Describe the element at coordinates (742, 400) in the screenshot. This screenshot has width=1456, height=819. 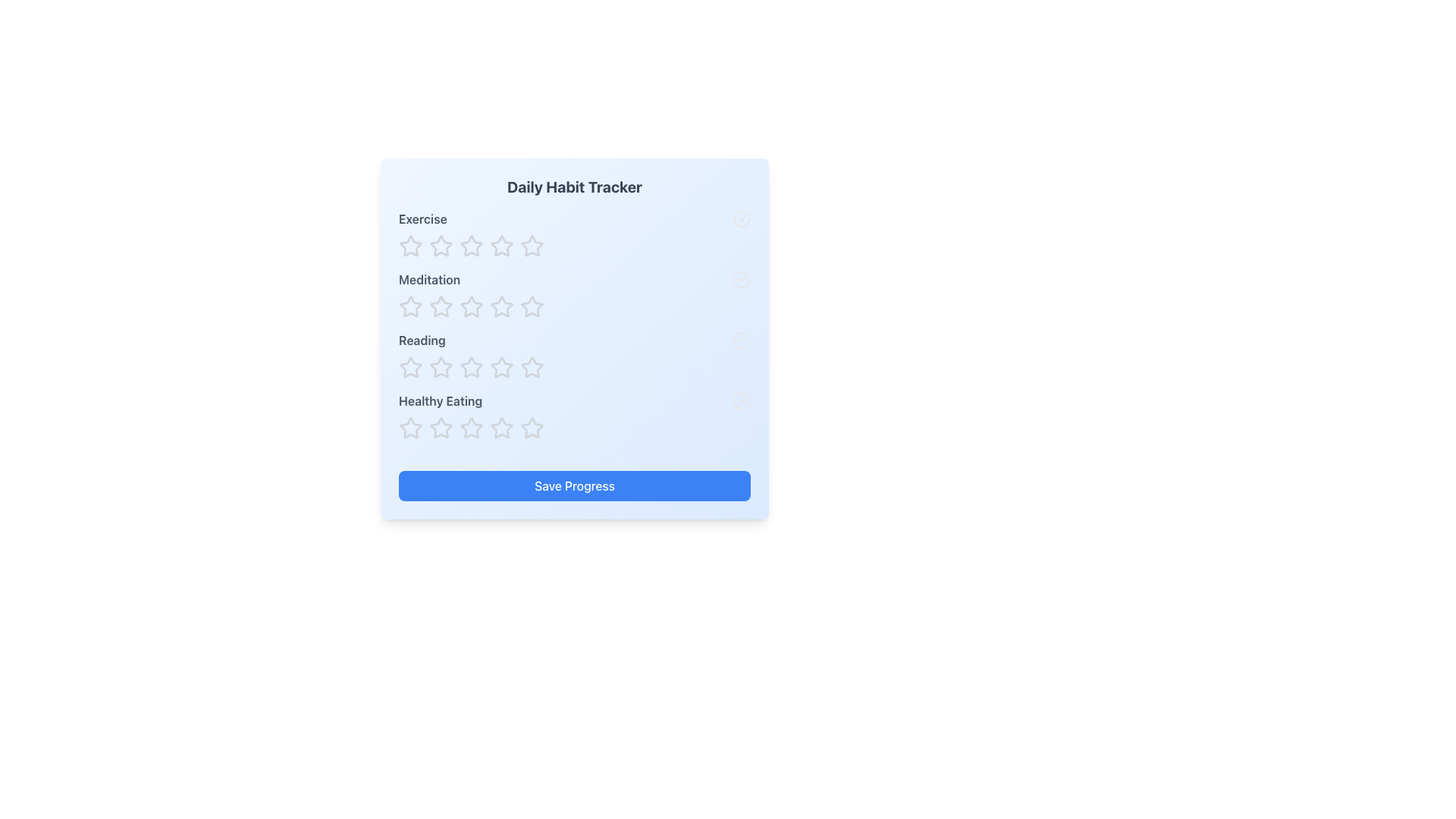
I see `the SVG graphic representation indicating the completion status of the 'Healthy Eating' habit, located directly to the right of the 'Healthy Eating' row in the habit tracker layout` at that location.